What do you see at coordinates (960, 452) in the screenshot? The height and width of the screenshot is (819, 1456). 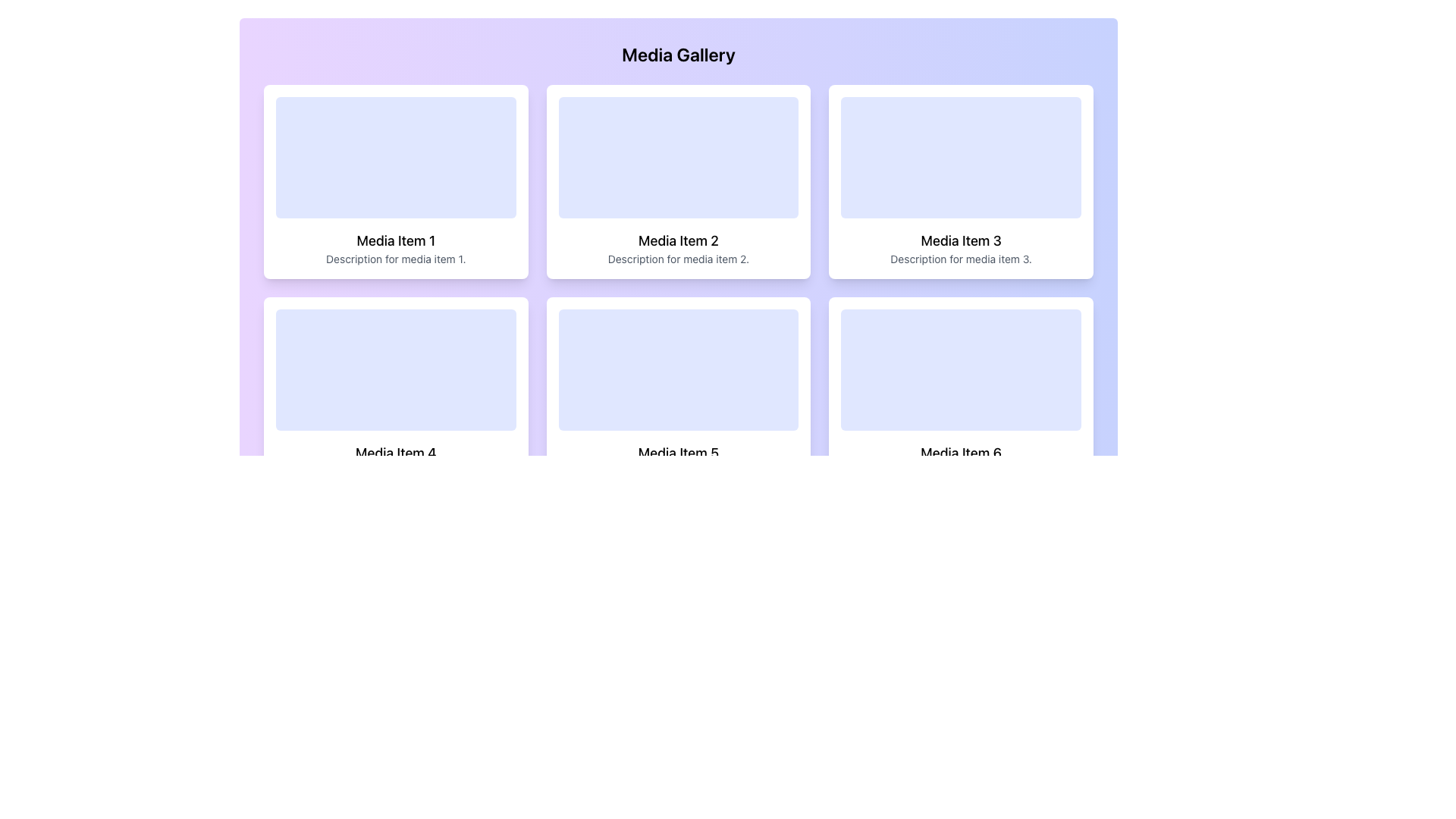 I see `text label that identifies 'Media Item 6', located in the last card on the second row of the media gallery grid` at bounding box center [960, 452].